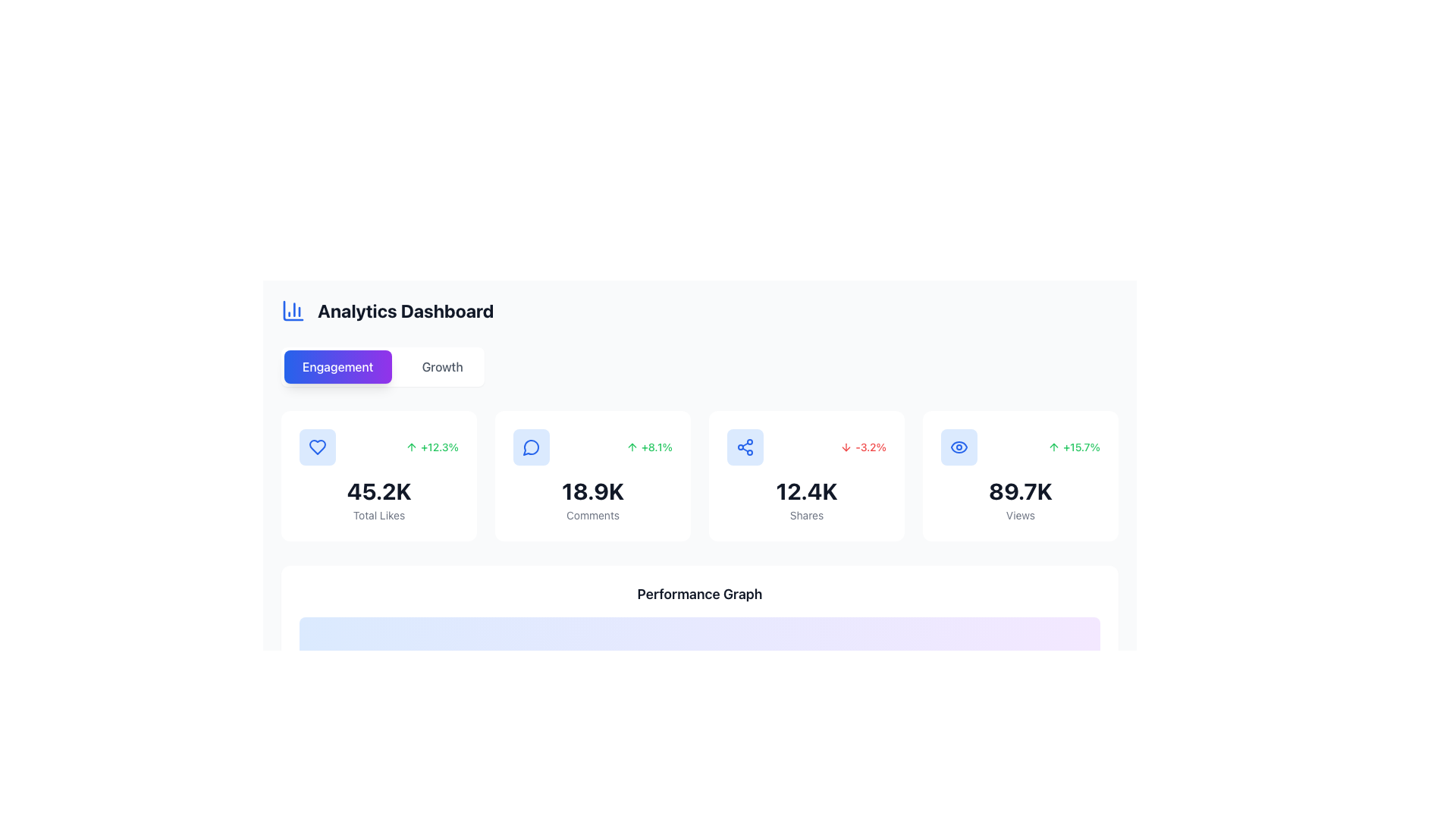 The image size is (1456, 819). Describe the element at coordinates (632, 447) in the screenshot. I see `the growth icon located in the 'Comments' section of the dashboard, which shows a positive change of '+8.1%' next to it` at that location.